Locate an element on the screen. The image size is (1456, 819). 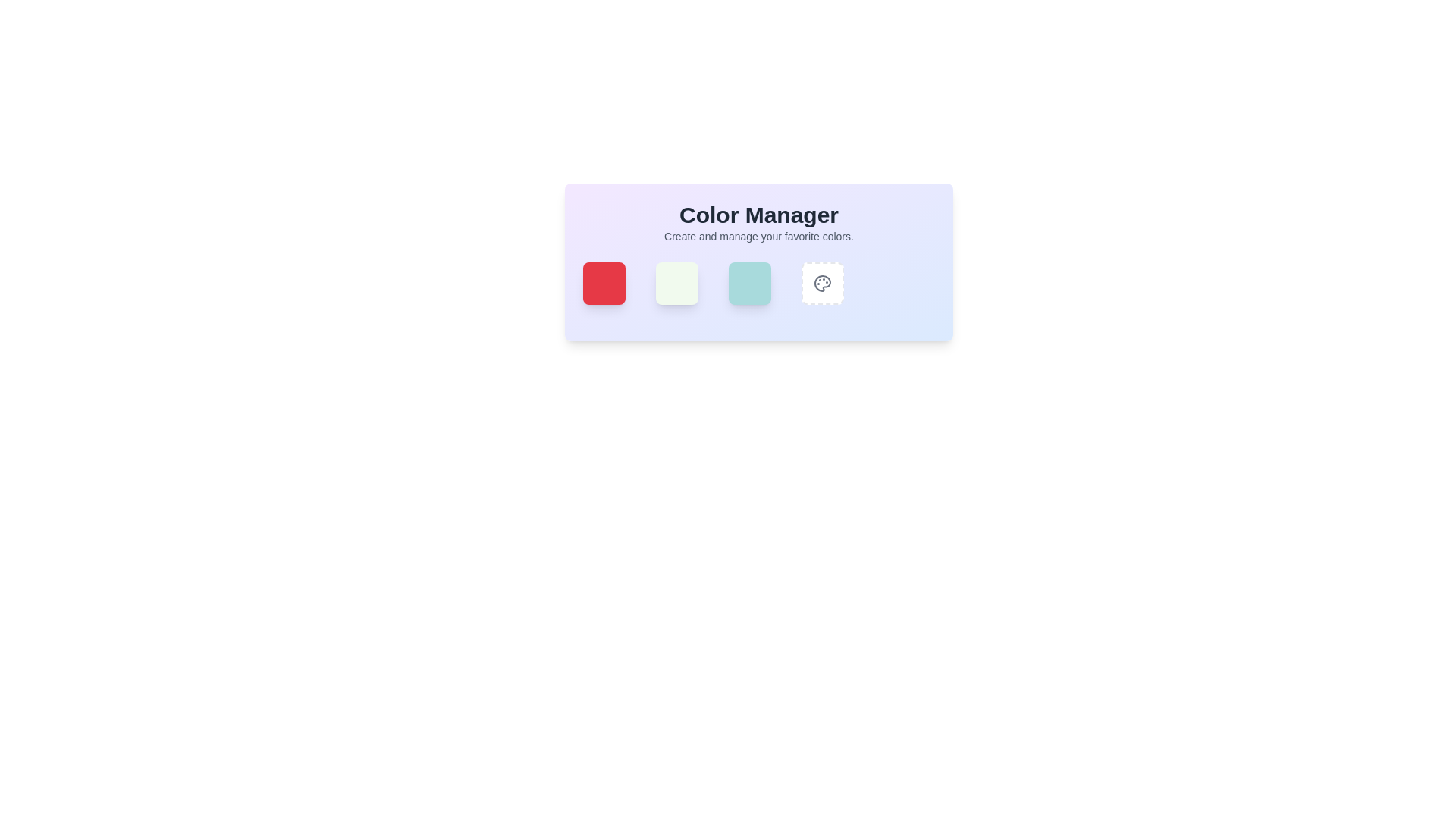
the third decorative color tile in the Color Manager interface is located at coordinates (759, 262).